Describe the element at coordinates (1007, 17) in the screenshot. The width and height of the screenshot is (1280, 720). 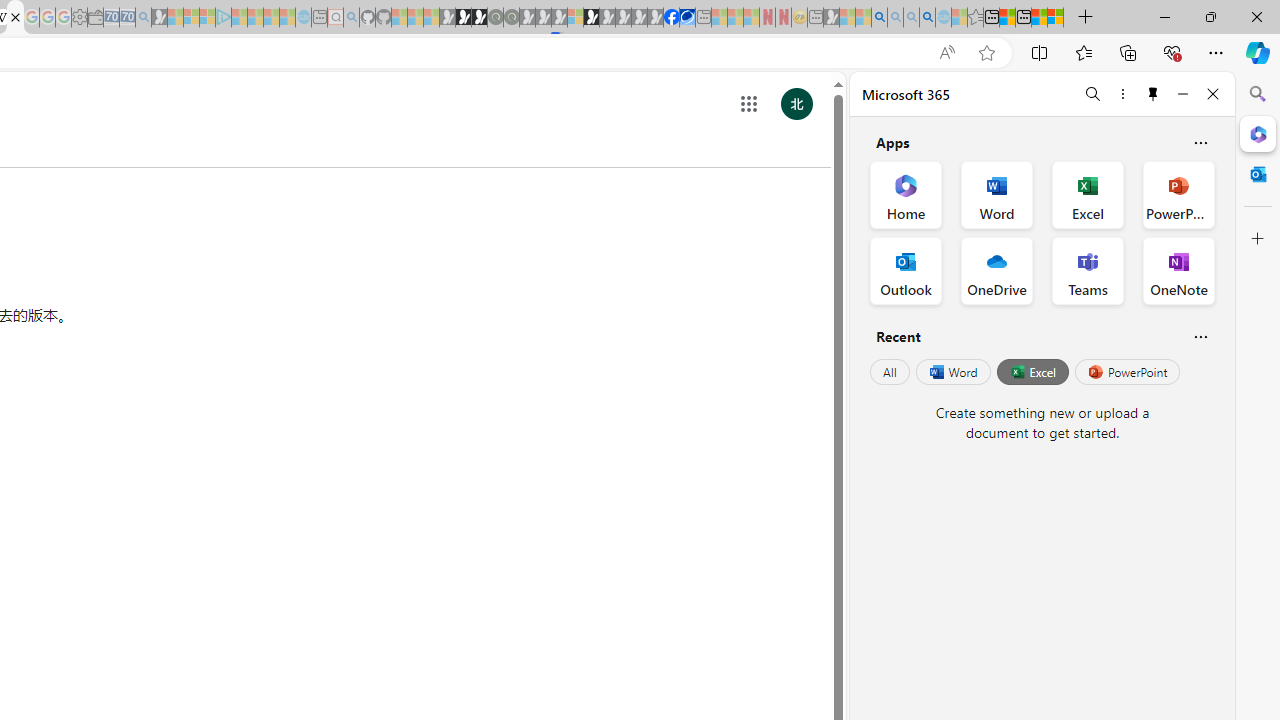
I see `'Aberdeen, Hong Kong SAR weather forecast | Microsoft Weather'` at that location.